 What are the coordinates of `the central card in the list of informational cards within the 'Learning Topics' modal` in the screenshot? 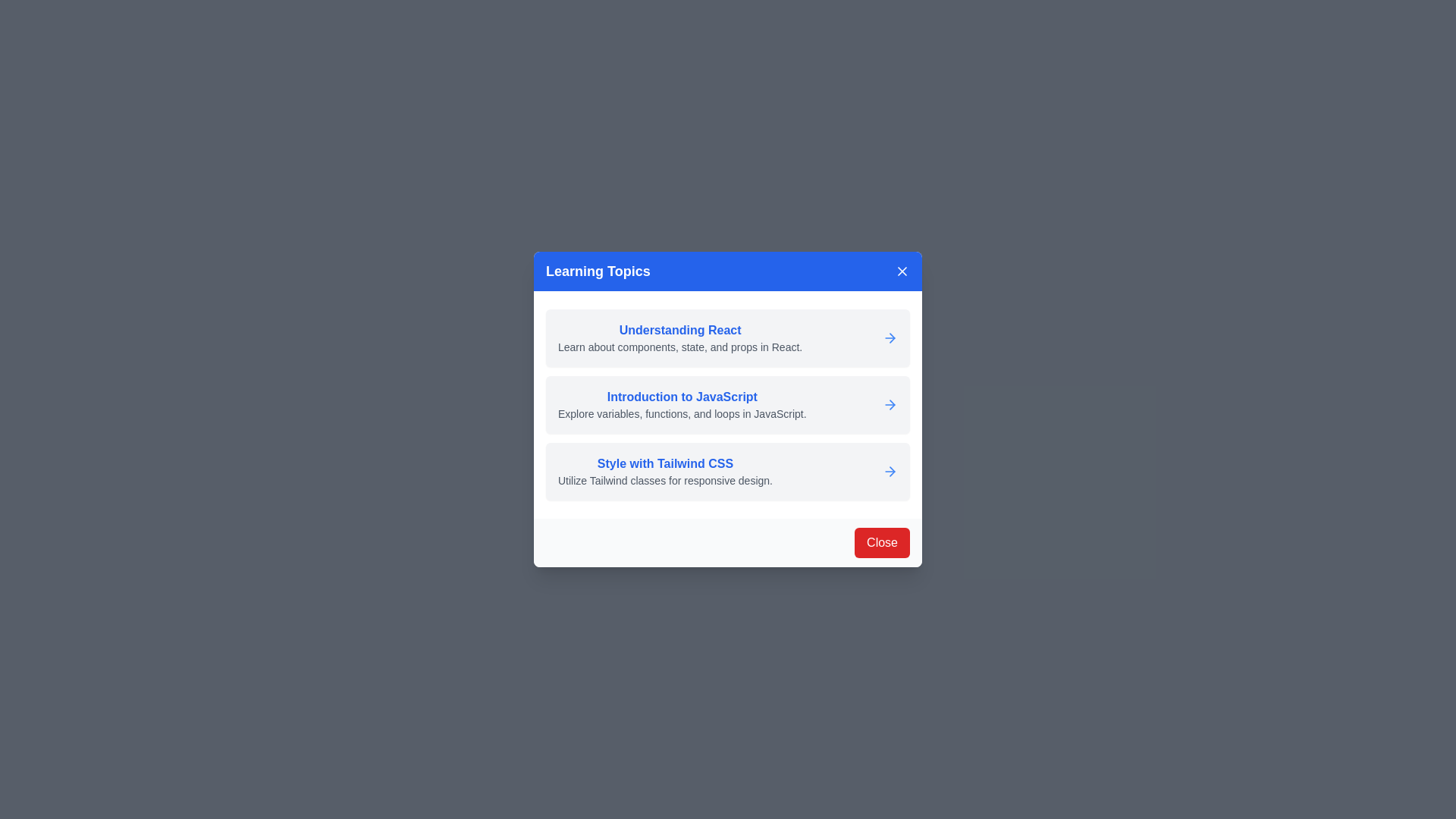 It's located at (728, 403).